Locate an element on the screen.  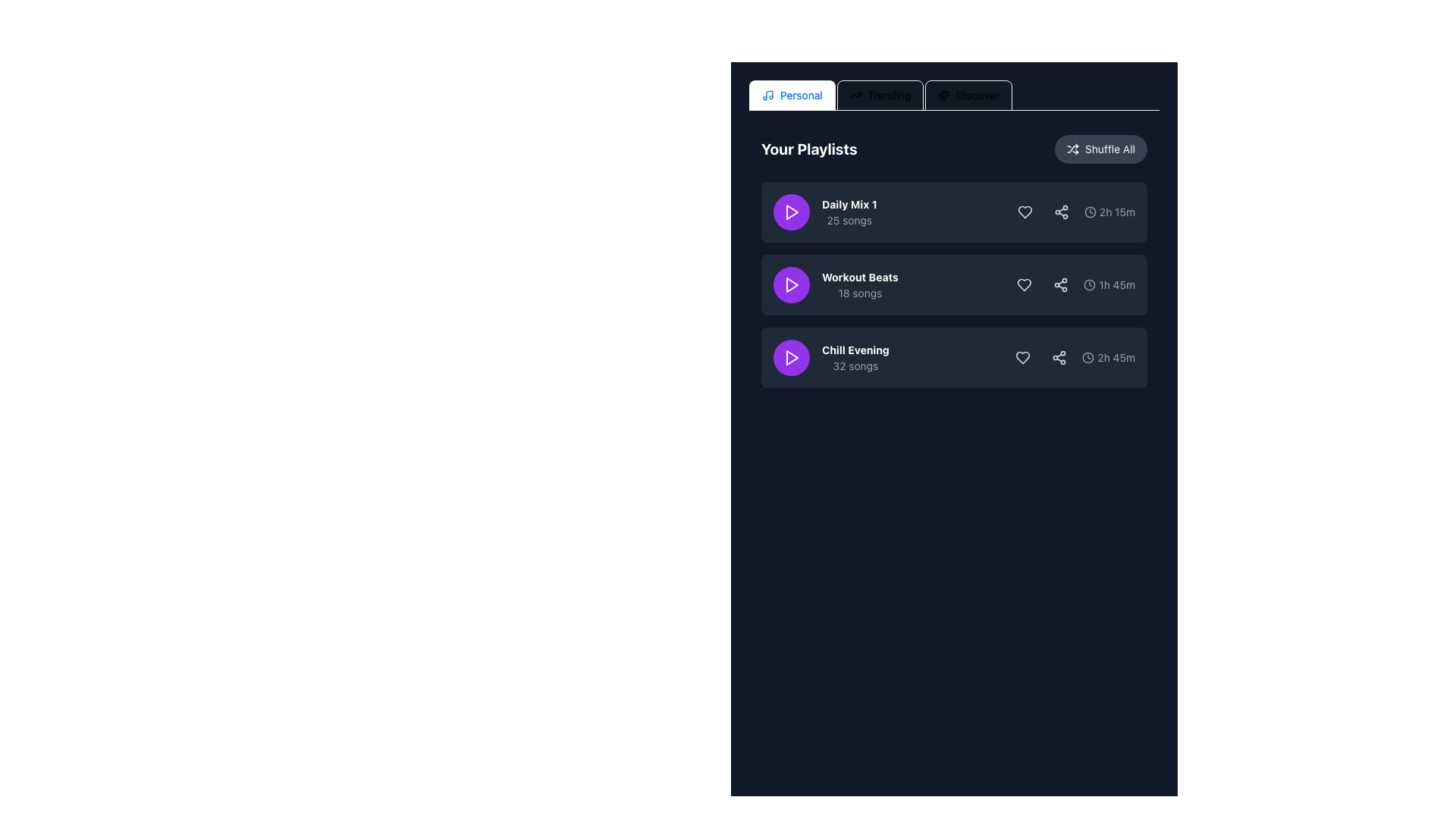
text content of the gray-colored text block displaying the duration '2h 15m' located at the far right of the 'Daily Mix 1' playlist in the 'Your Playlists' section is located at coordinates (1117, 212).